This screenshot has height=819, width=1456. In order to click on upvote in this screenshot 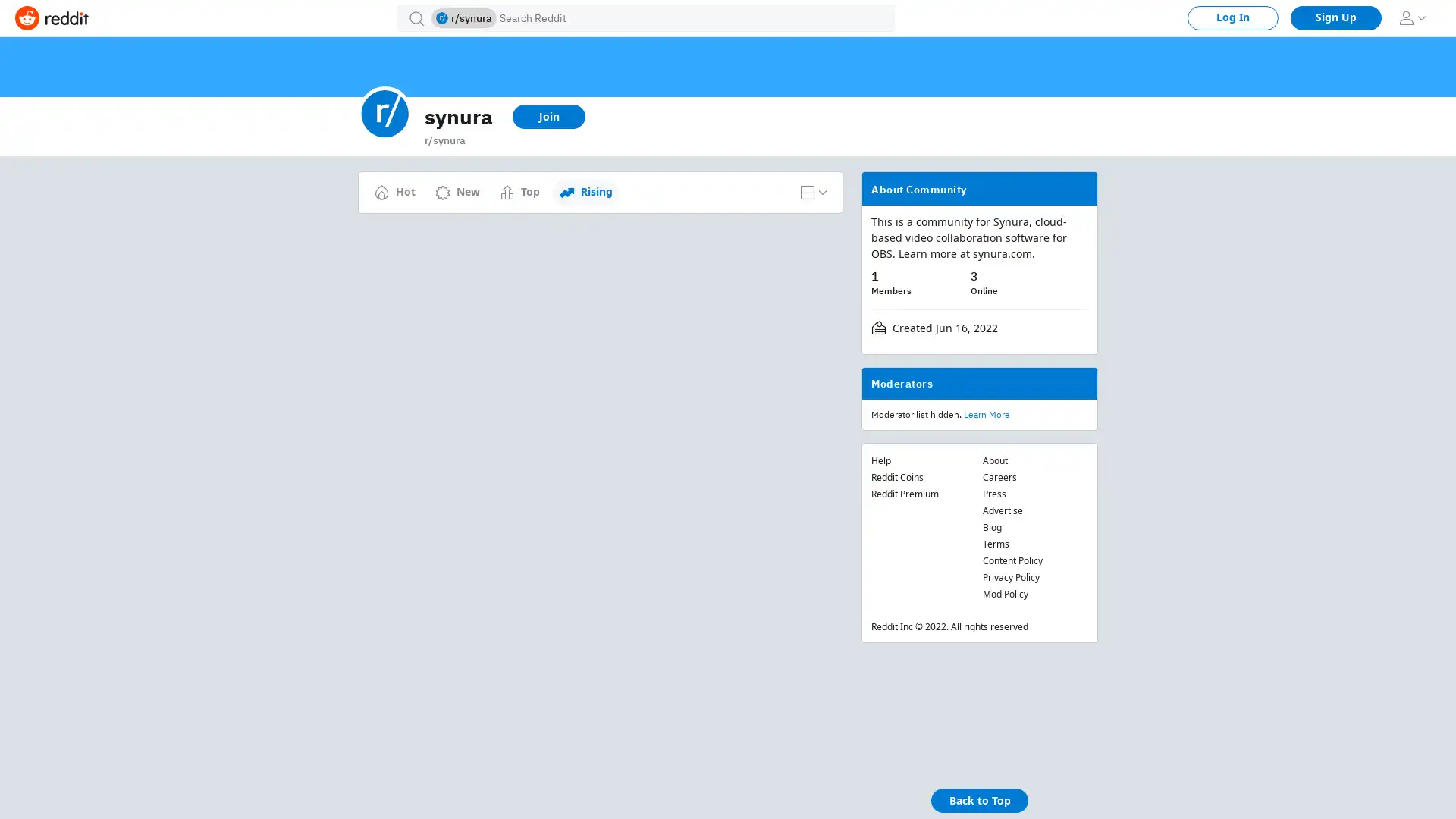, I will do `click(374, 241)`.